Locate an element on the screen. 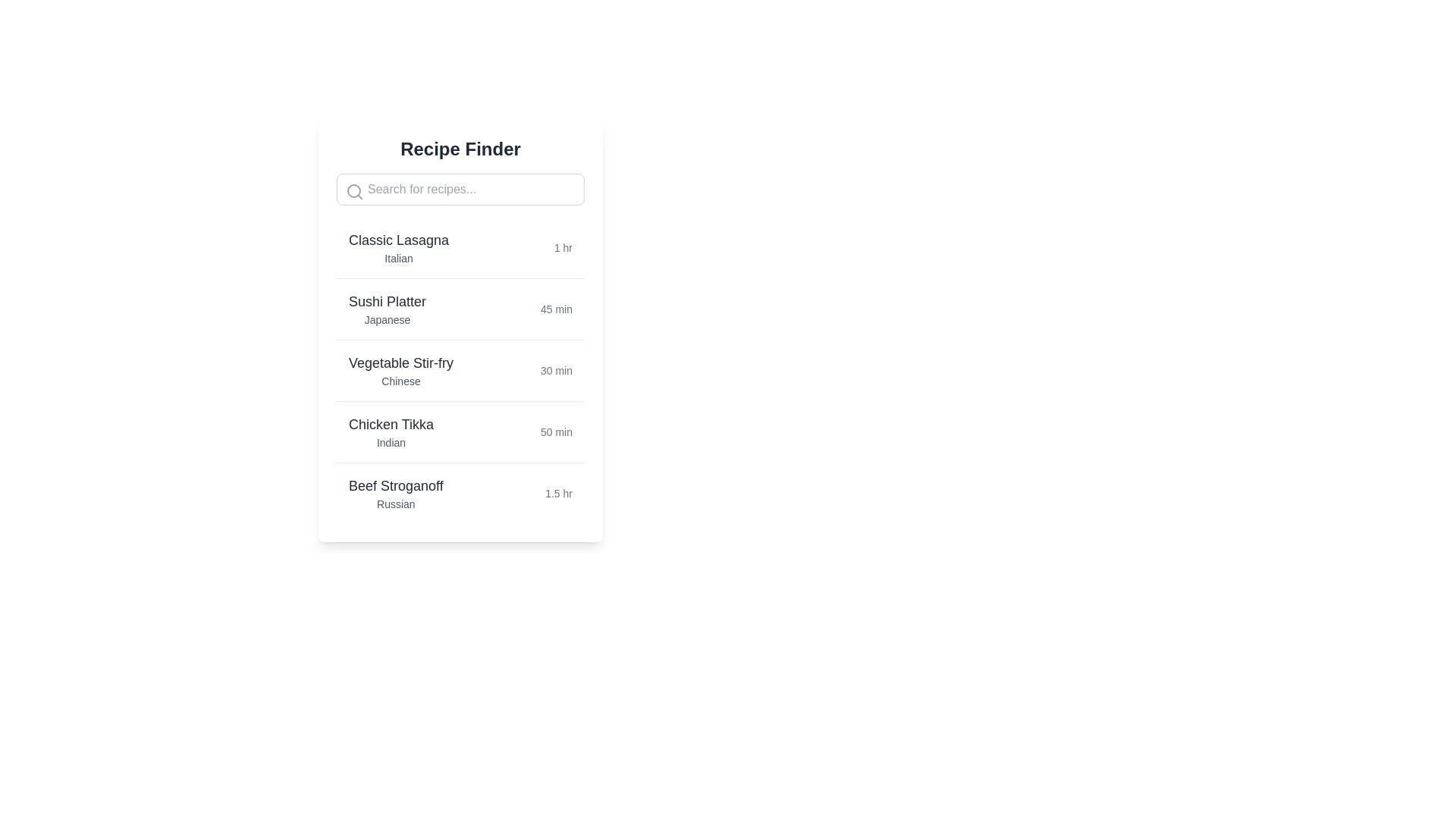  the static text label reading 'Japanese', which is styled in gray and positioned directly below 'Sushi Platter' is located at coordinates (388, 318).